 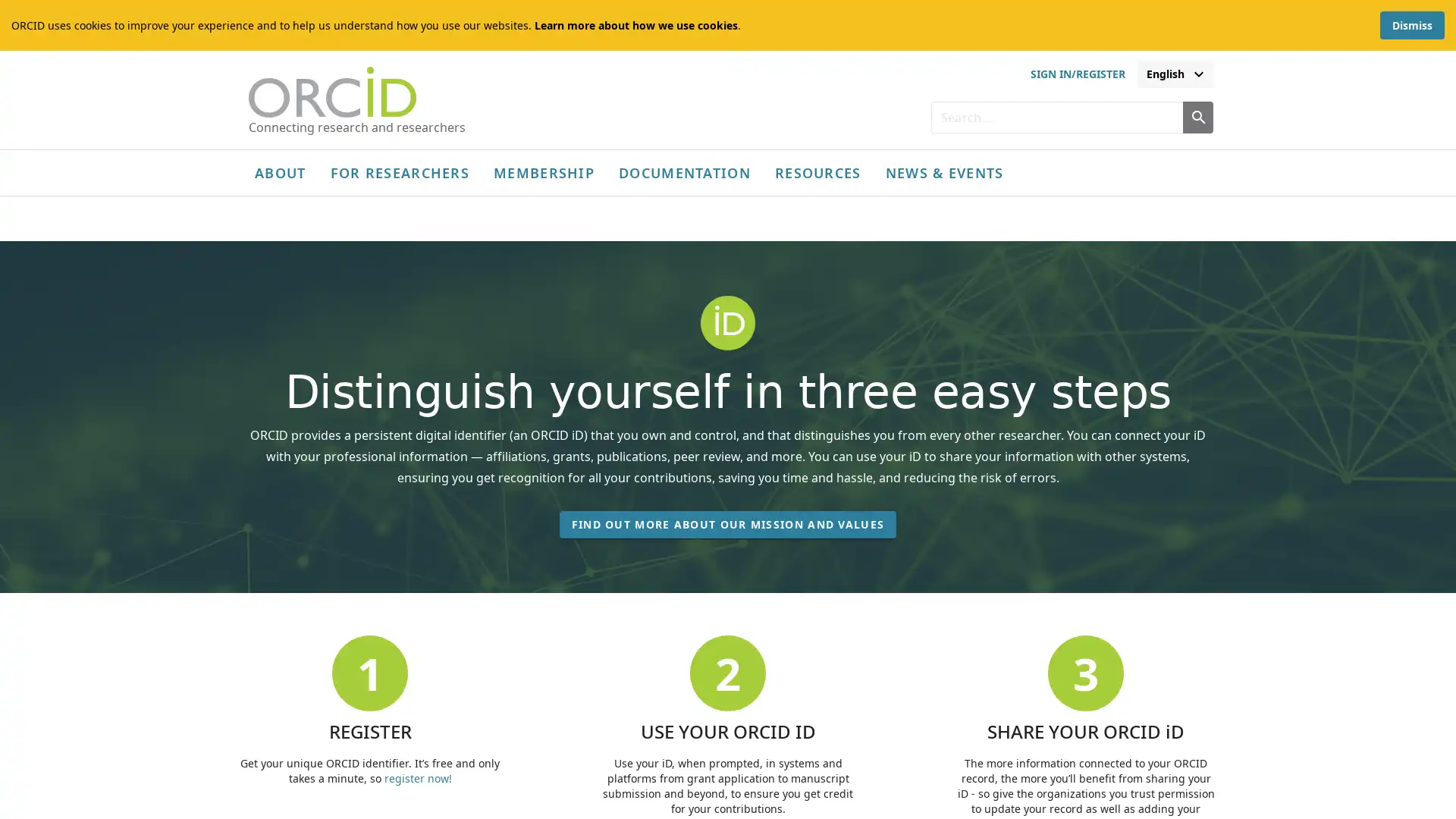 What do you see at coordinates (544, 171) in the screenshot?
I see `MEMBERSHIP` at bounding box center [544, 171].